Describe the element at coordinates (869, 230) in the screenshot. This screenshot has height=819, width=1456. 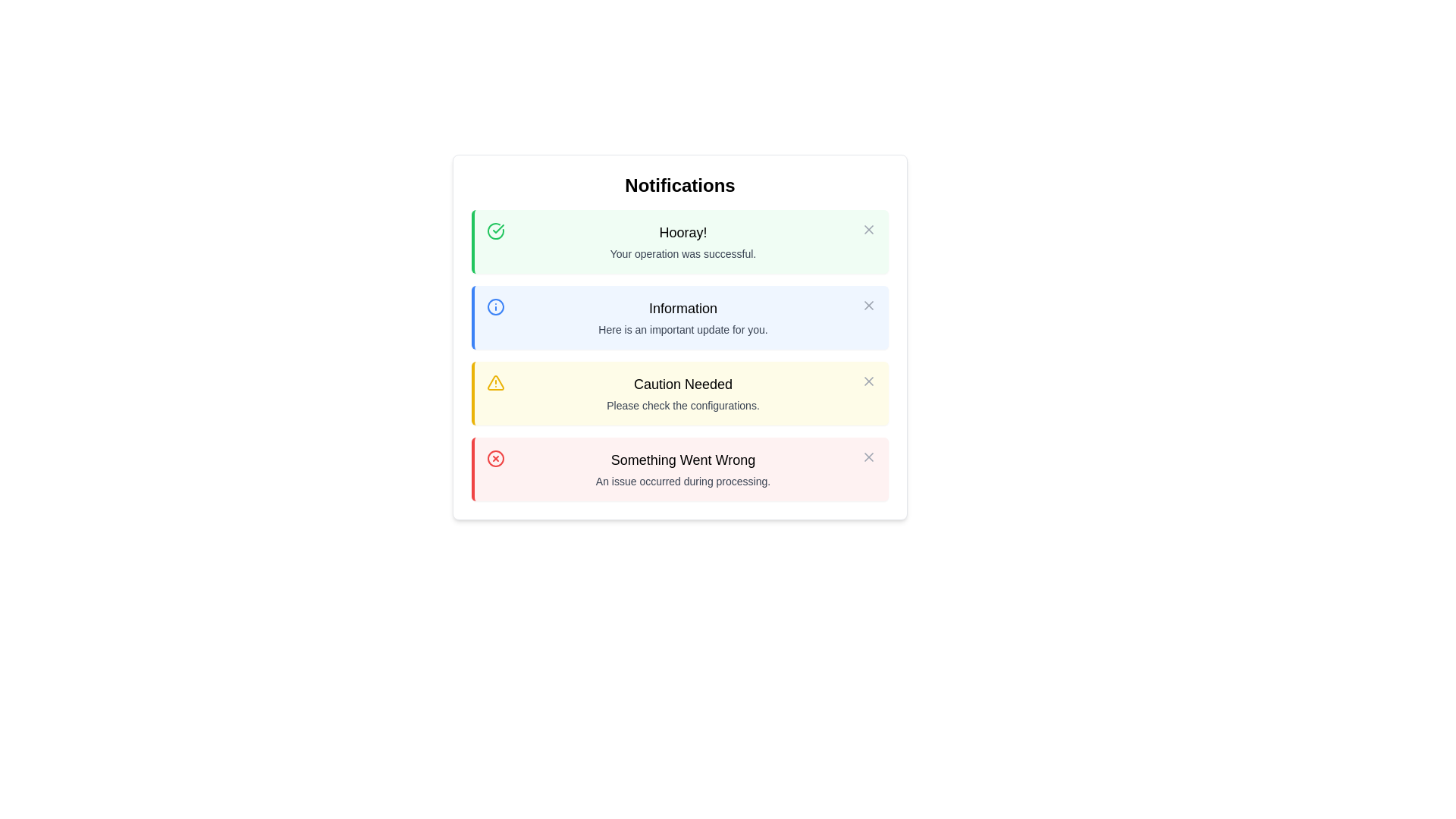
I see `the close ('X') icon in the top-right corner of the notification box labeled 'Hooray! Your operation was successful.'` at that location.